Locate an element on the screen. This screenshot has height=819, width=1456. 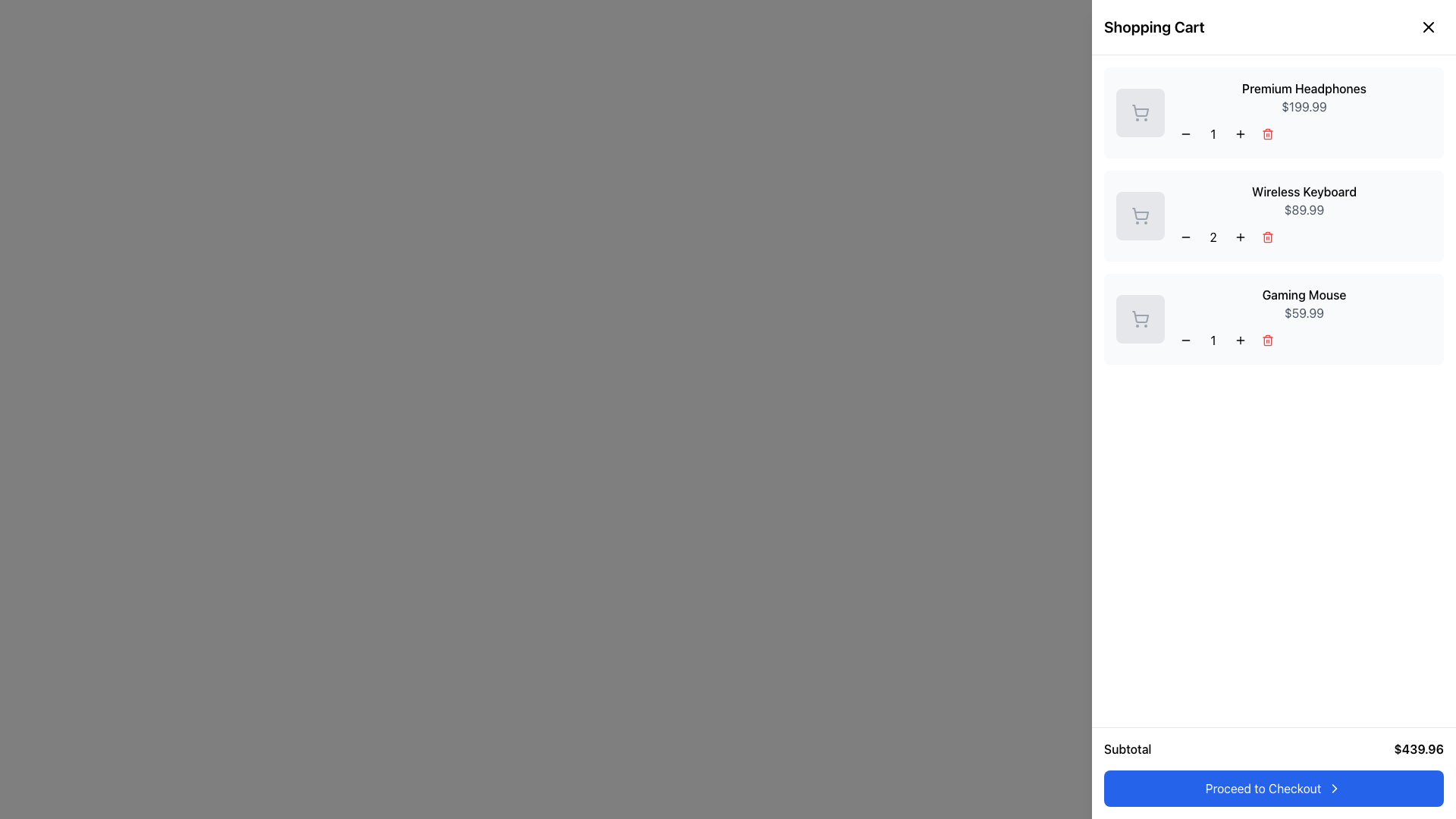
the text display indicating the current quantity of 'Premium Headphones' in the shopping cart interface, located between the decrement and increment buttons is located at coordinates (1212, 133).